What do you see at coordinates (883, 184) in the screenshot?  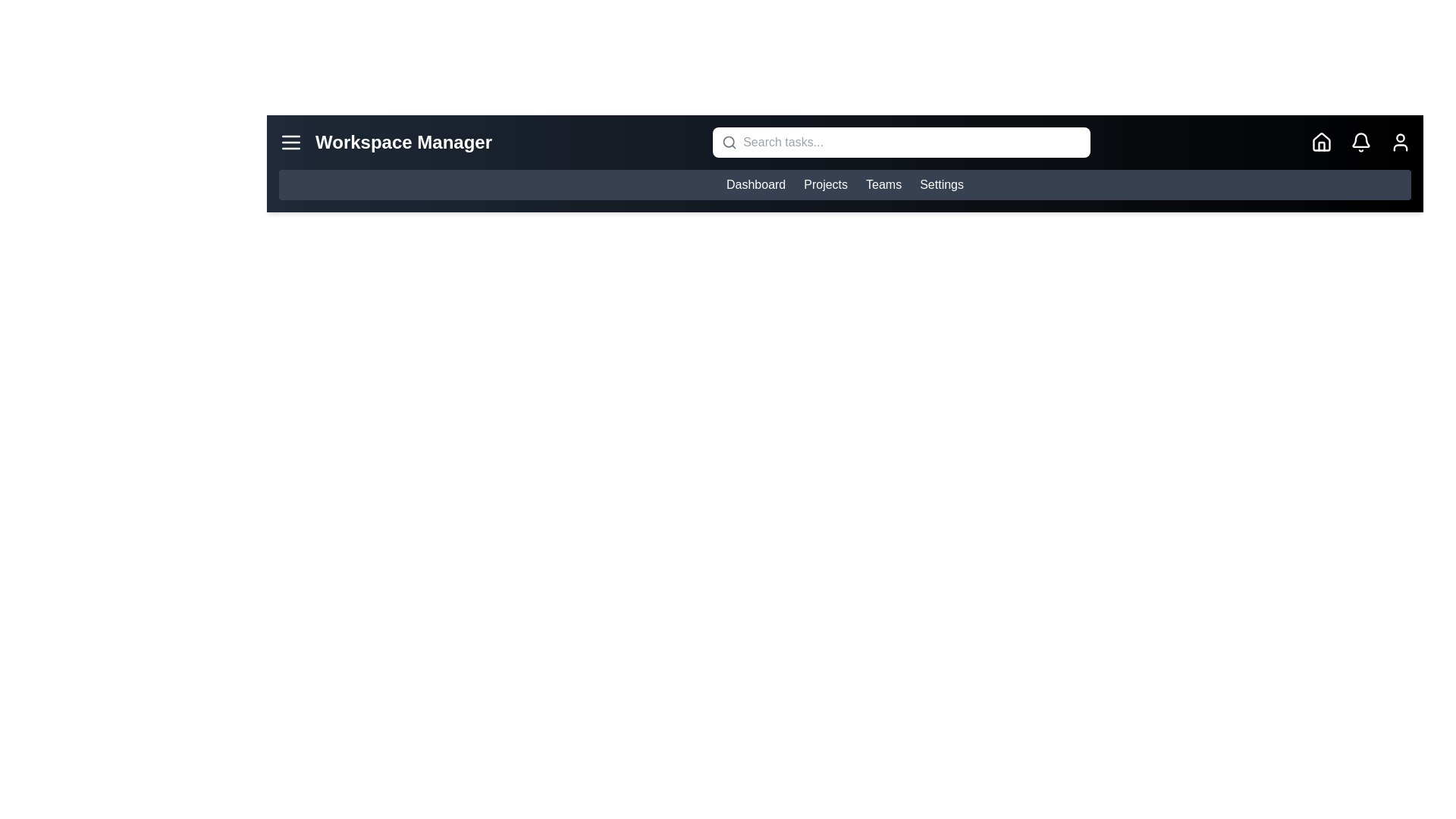 I see `the Teams link to navigate to the corresponding section` at bounding box center [883, 184].